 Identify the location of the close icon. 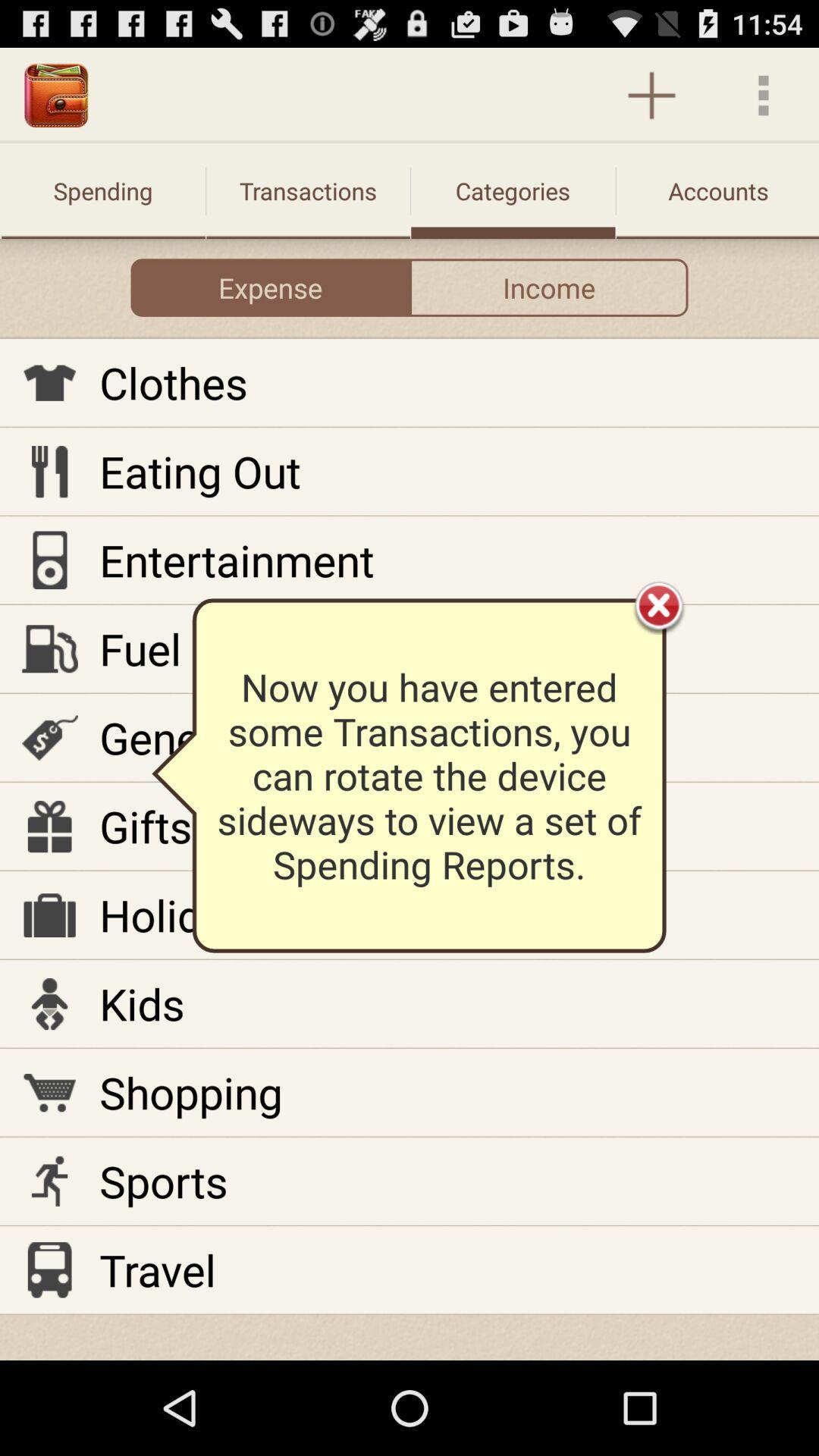
(658, 648).